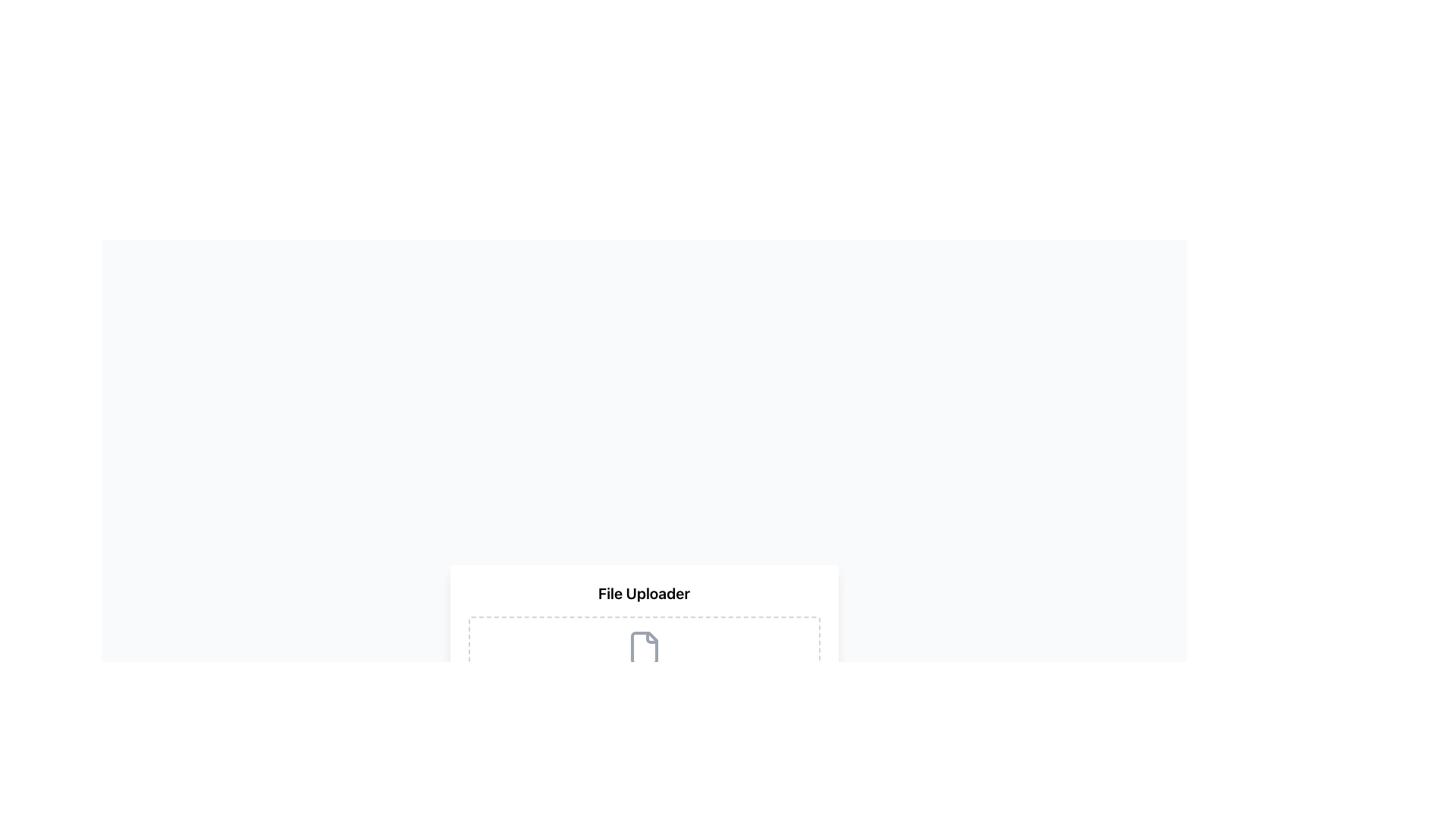  I want to click on the file icon that signifies the purpose of uploading files, which is centrally positioned above the text 'Drop Files or Click to Upload.', so click(644, 648).